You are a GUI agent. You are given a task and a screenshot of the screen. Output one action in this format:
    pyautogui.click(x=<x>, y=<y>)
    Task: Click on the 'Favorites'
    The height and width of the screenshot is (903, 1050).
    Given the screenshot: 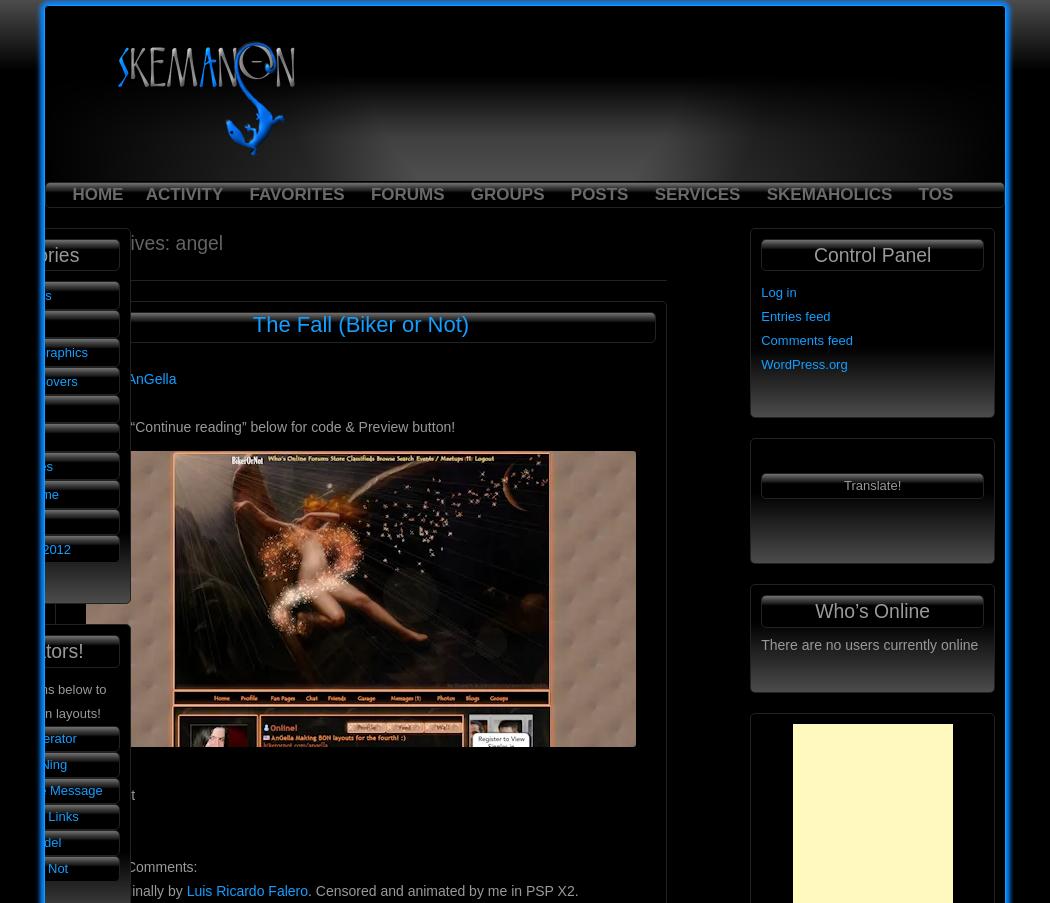 What is the action you would take?
    pyautogui.click(x=248, y=192)
    